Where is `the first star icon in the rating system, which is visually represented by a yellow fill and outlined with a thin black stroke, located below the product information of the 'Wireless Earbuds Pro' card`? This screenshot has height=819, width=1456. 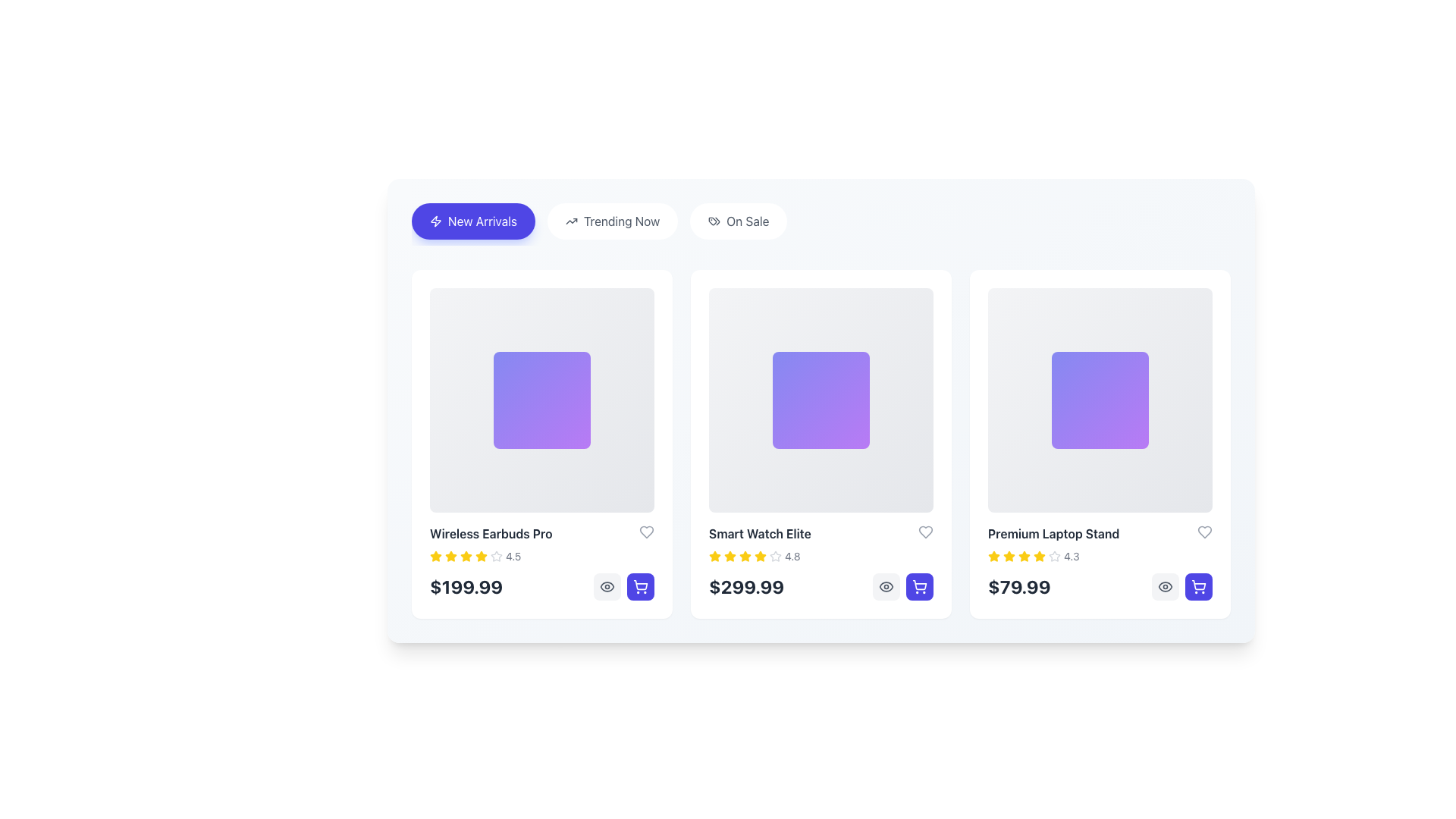
the first star icon in the rating system, which is visually represented by a yellow fill and outlined with a thin black stroke, located below the product information of the 'Wireless Earbuds Pro' card is located at coordinates (435, 556).